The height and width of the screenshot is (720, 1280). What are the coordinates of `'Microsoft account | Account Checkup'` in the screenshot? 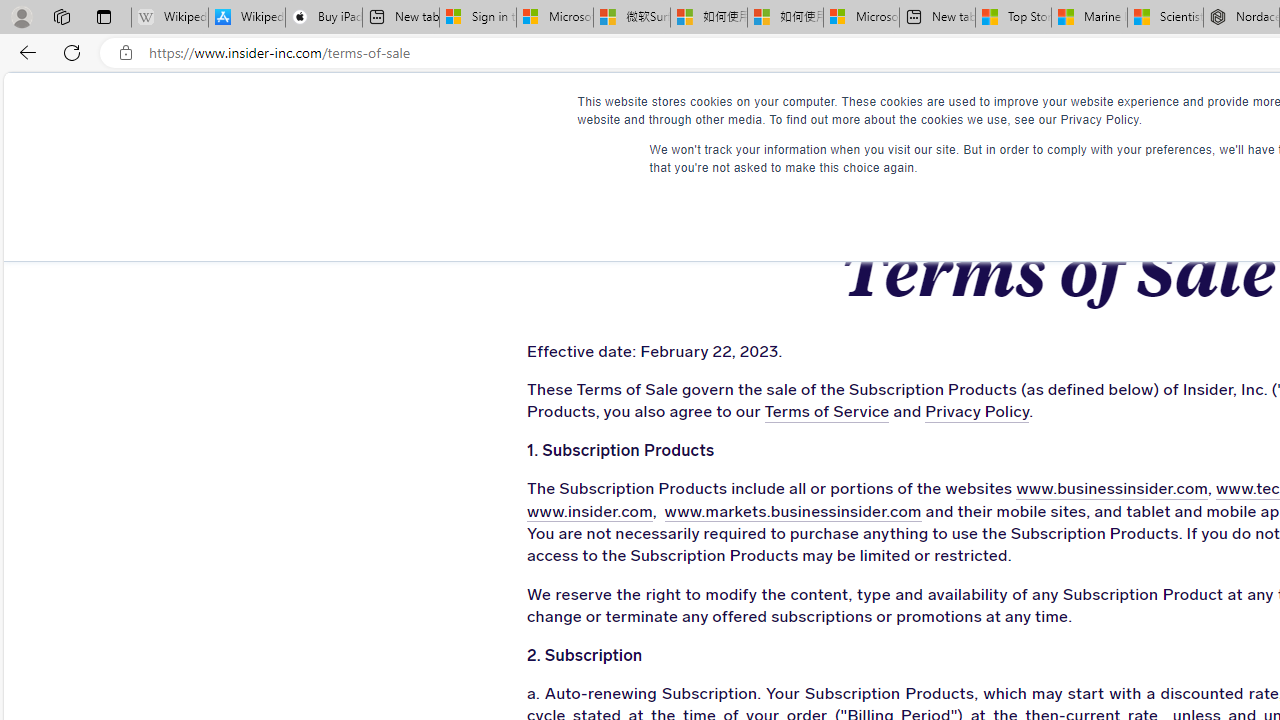 It's located at (861, 17).